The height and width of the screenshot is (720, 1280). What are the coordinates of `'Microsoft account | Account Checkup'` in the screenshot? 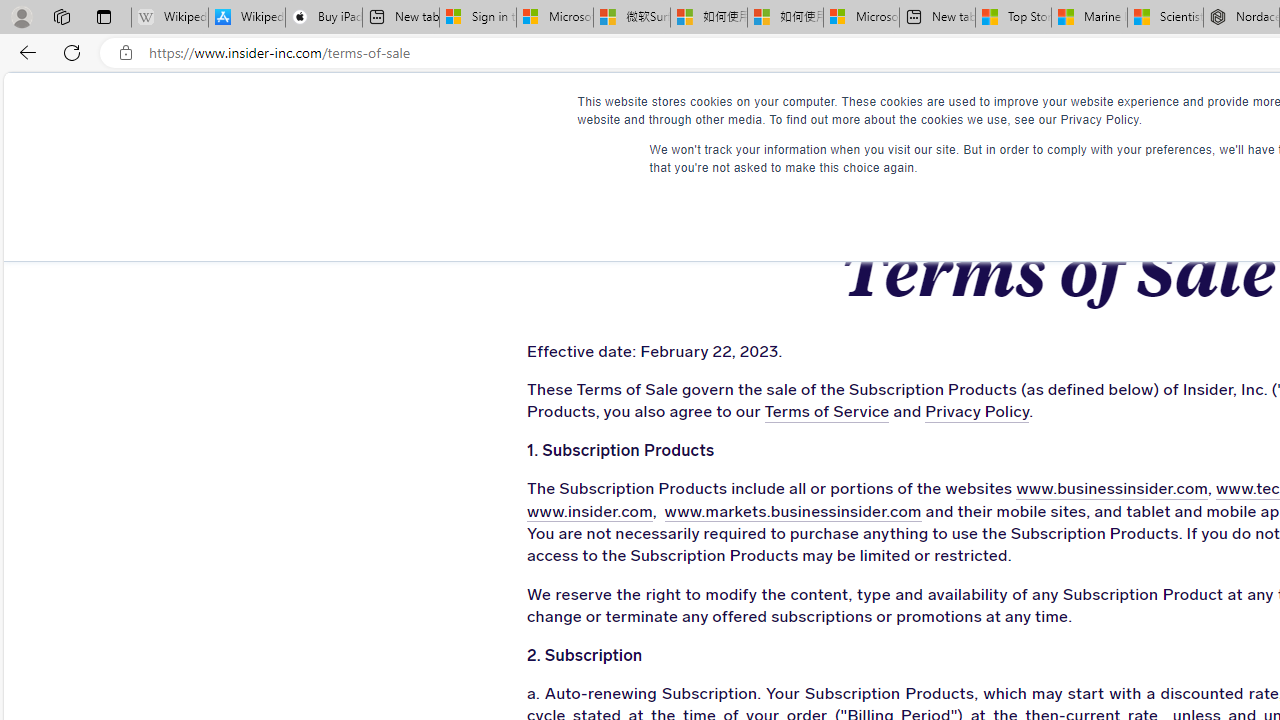 It's located at (861, 17).